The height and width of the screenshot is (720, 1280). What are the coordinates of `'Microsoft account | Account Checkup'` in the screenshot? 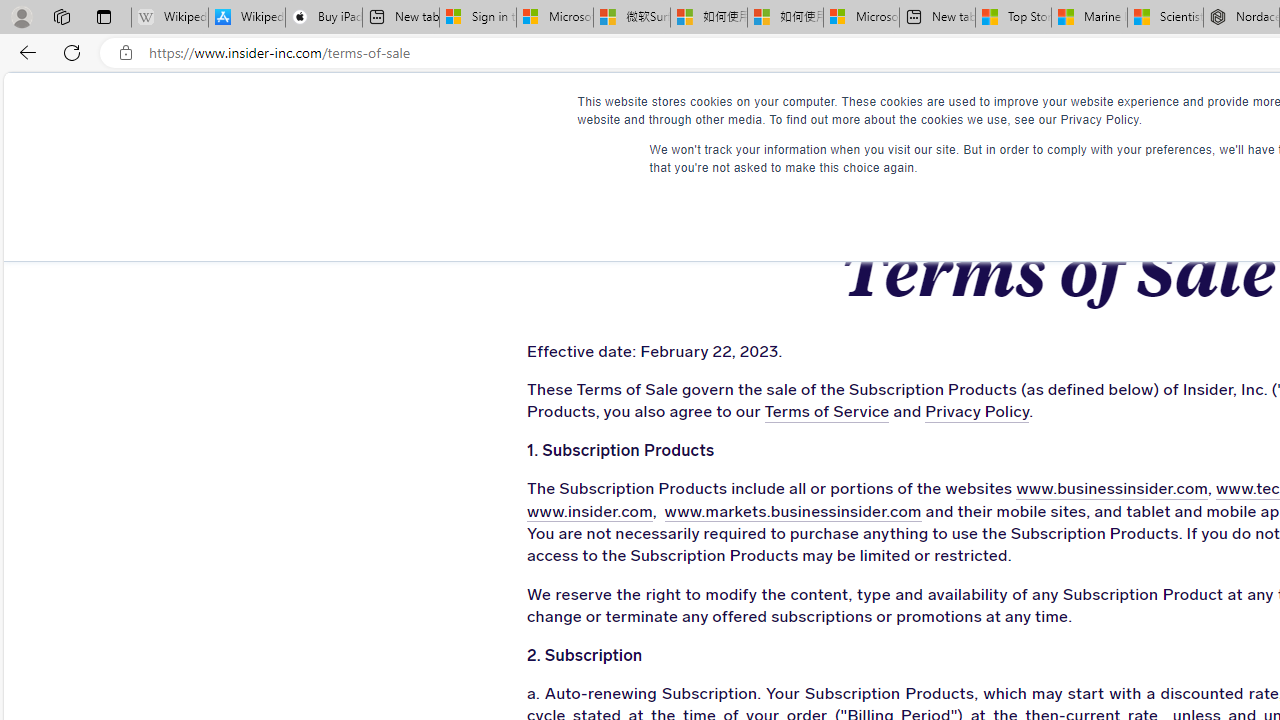 It's located at (861, 17).